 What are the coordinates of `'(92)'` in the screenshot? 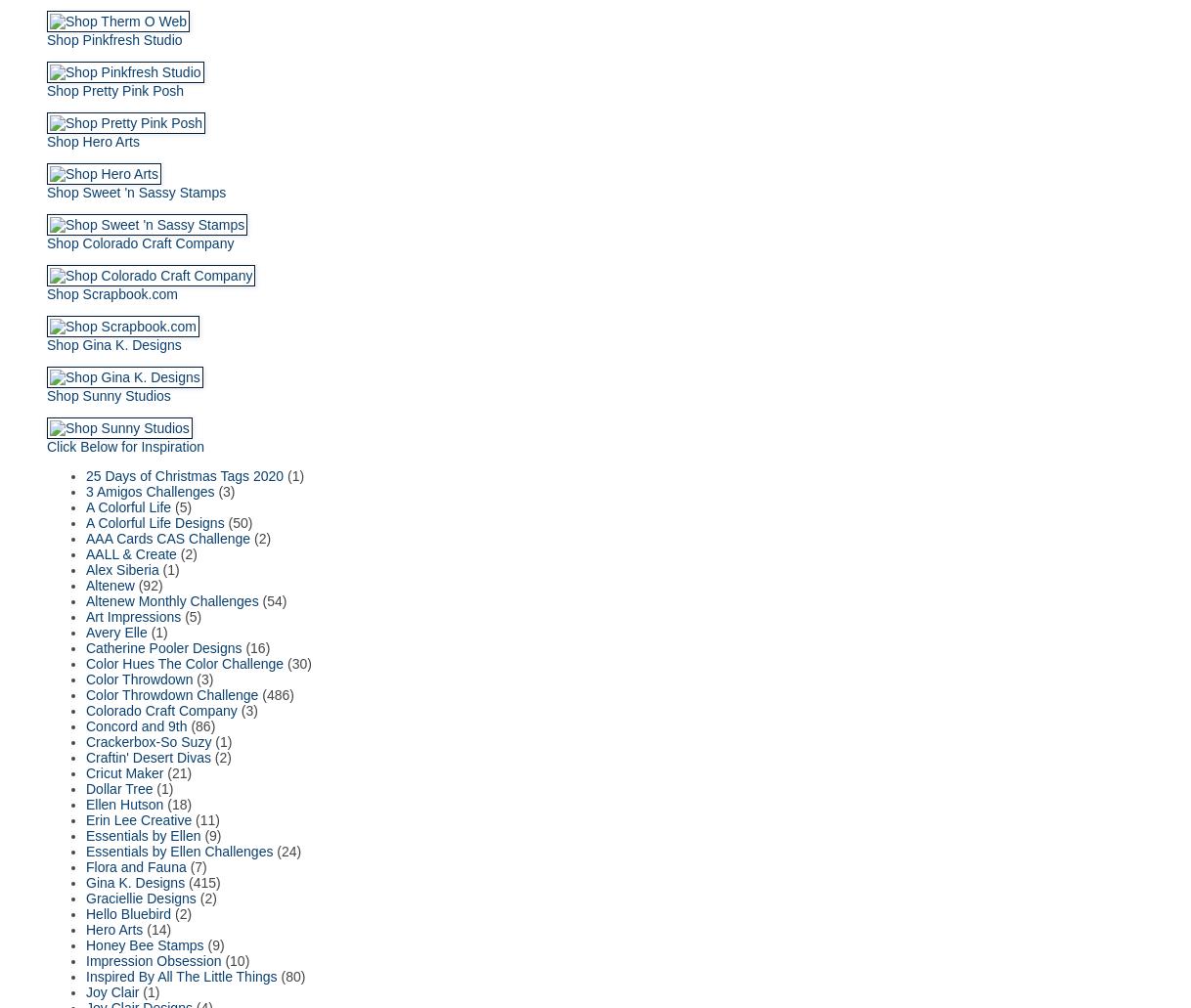 It's located at (149, 583).